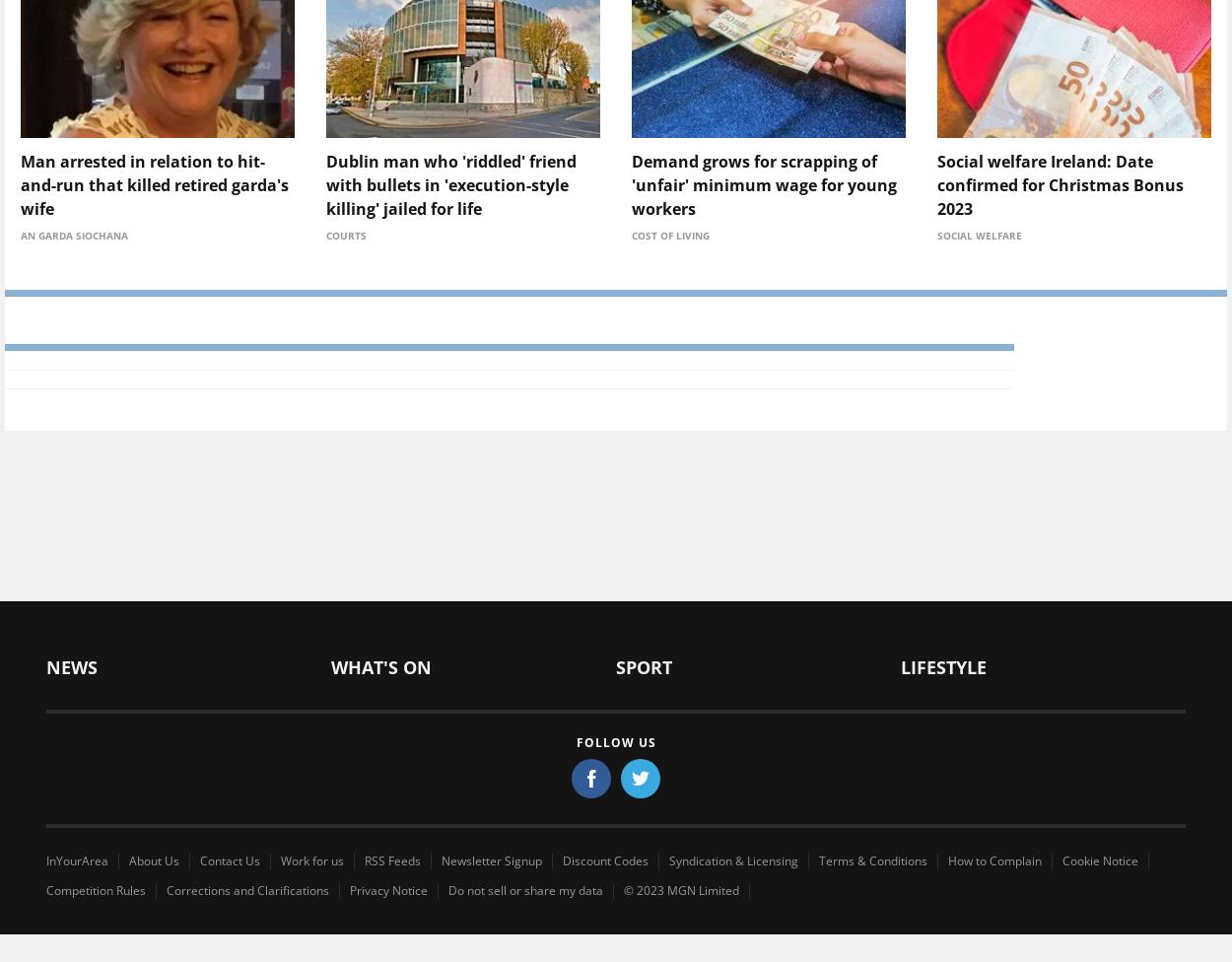 The height and width of the screenshot is (962, 1232). I want to click on 'Demand grows for scrapping of 'unfair' minimum wage for young workers', so click(632, 183).